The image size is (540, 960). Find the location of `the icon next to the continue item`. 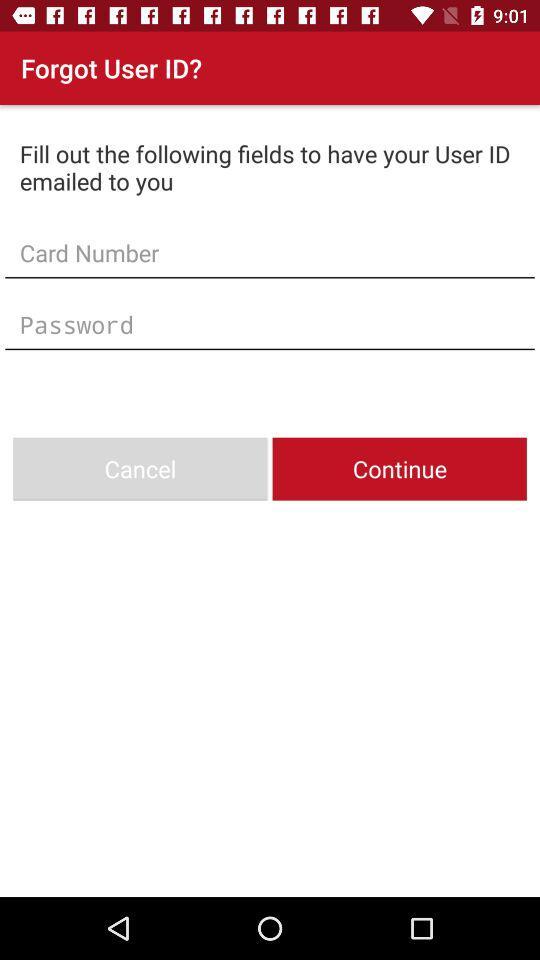

the icon next to the continue item is located at coordinates (139, 469).